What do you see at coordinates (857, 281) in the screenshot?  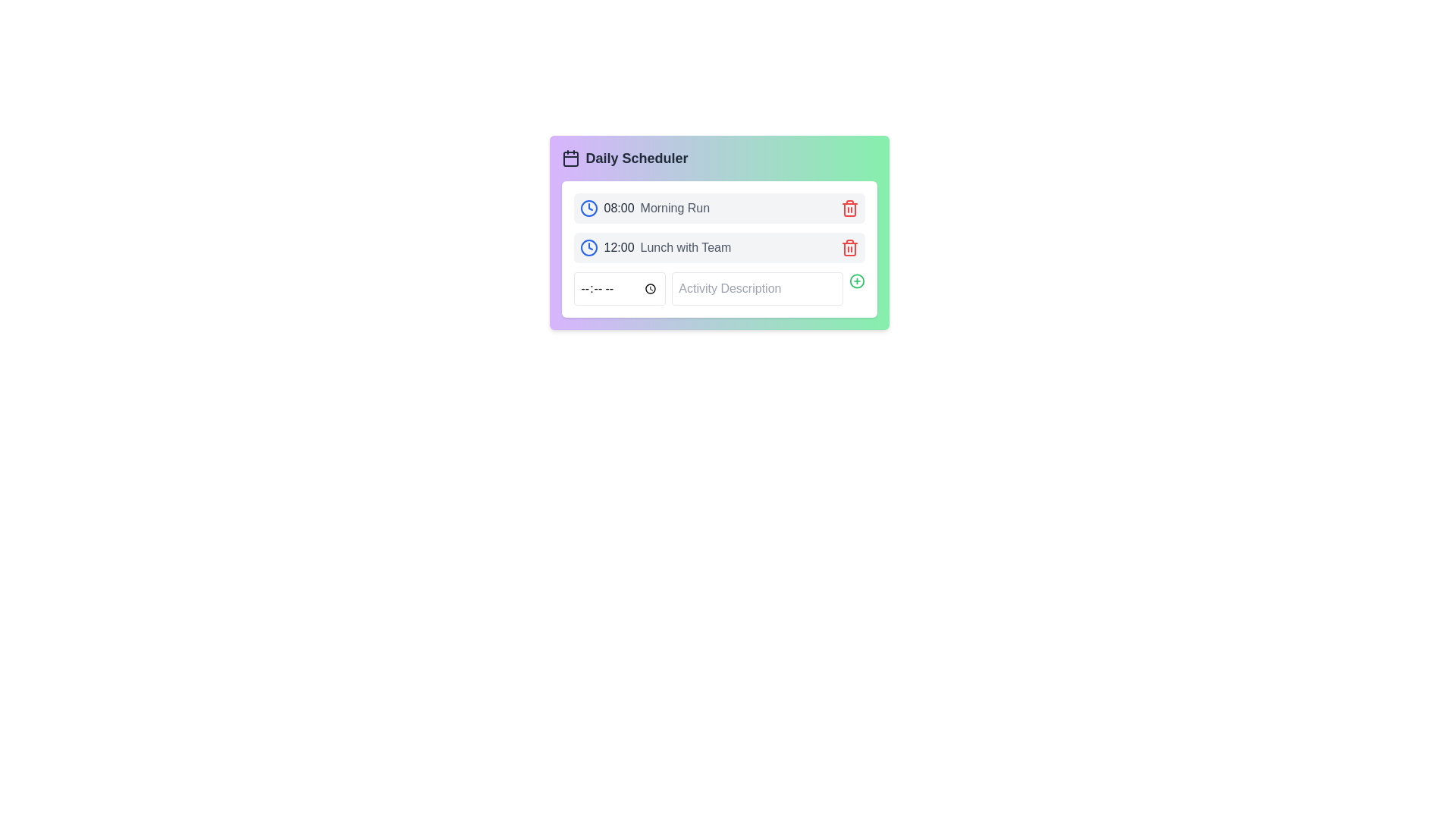 I see `the green circular icon with a plus sign, located at the far-right of the row containing the time input field and activity description input` at bounding box center [857, 281].